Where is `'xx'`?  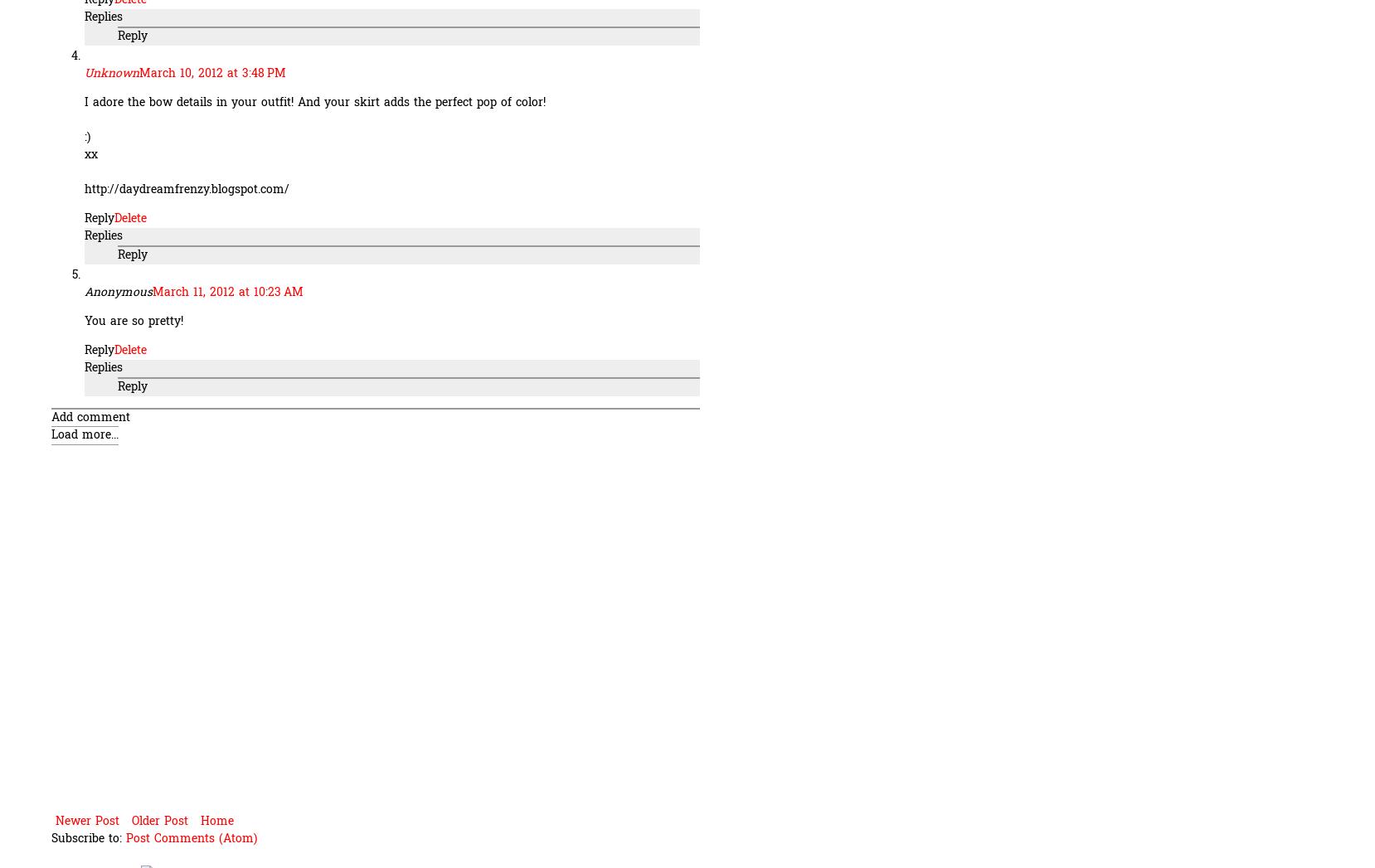
'xx' is located at coordinates (90, 154).